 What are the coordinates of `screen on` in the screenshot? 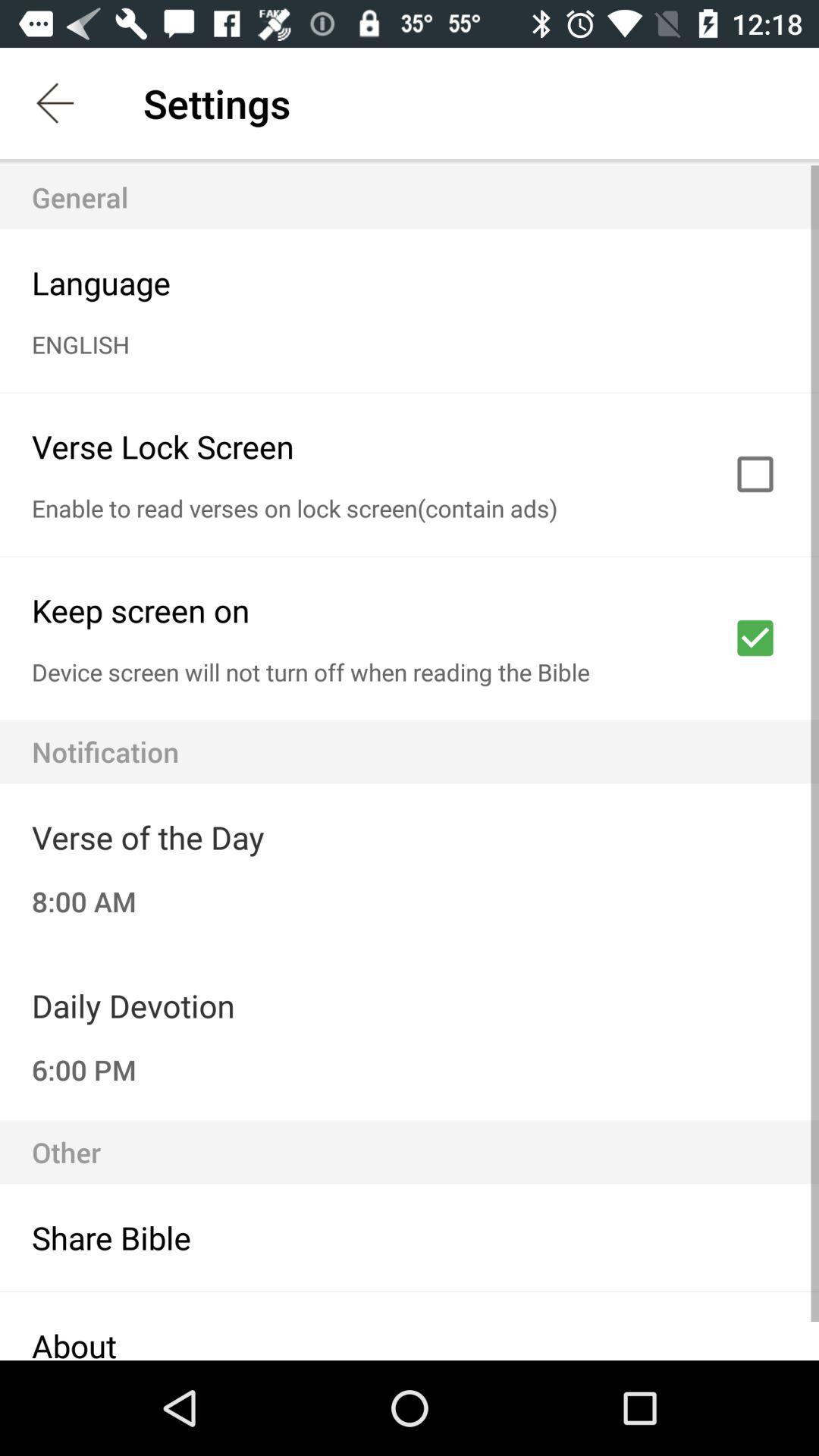 It's located at (755, 638).